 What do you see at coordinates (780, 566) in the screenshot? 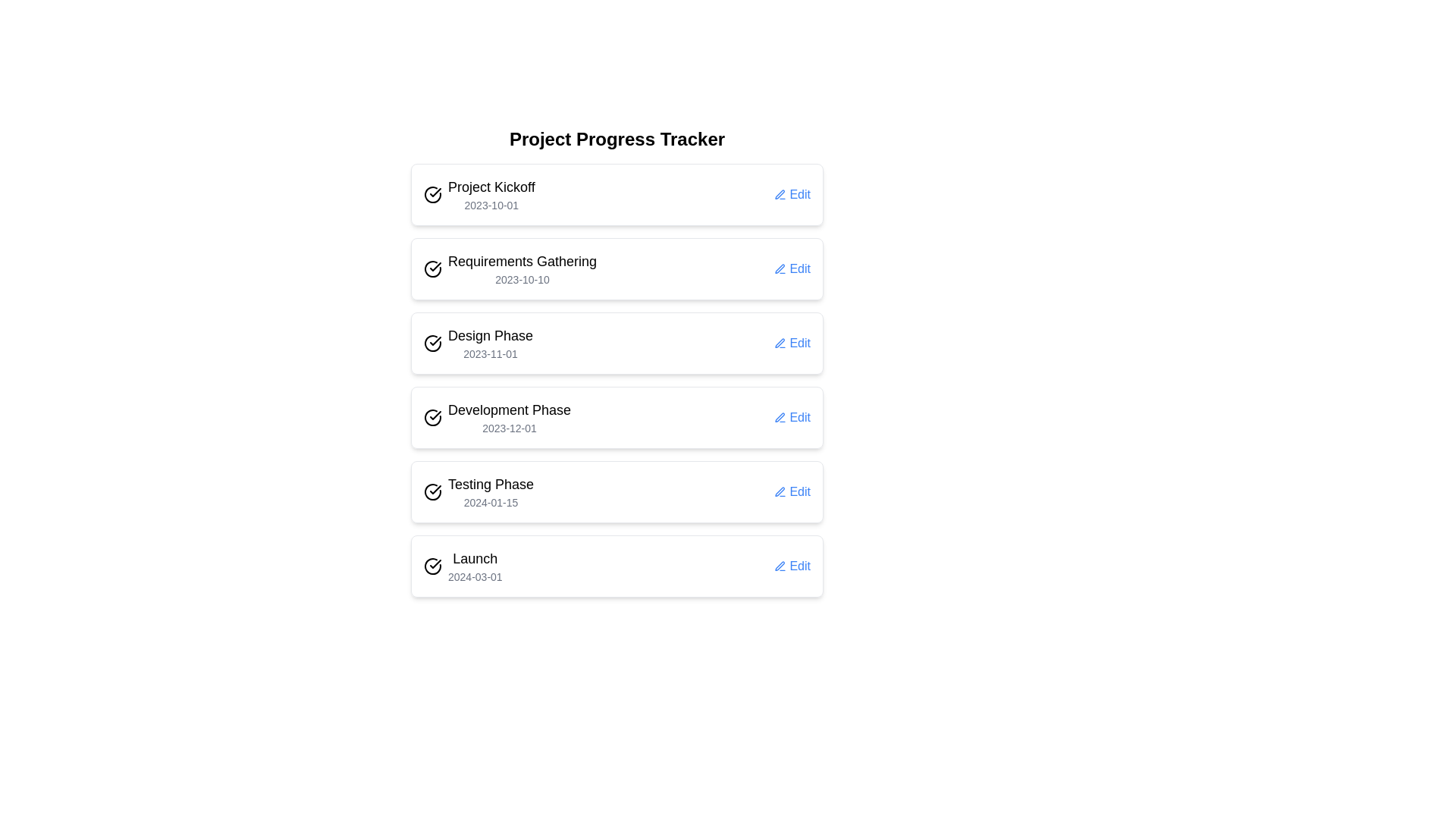
I see `the edit icon (pen symbol in SVG format) located in the fifth row next to the item labeled 'Launch'` at bounding box center [780, 566].